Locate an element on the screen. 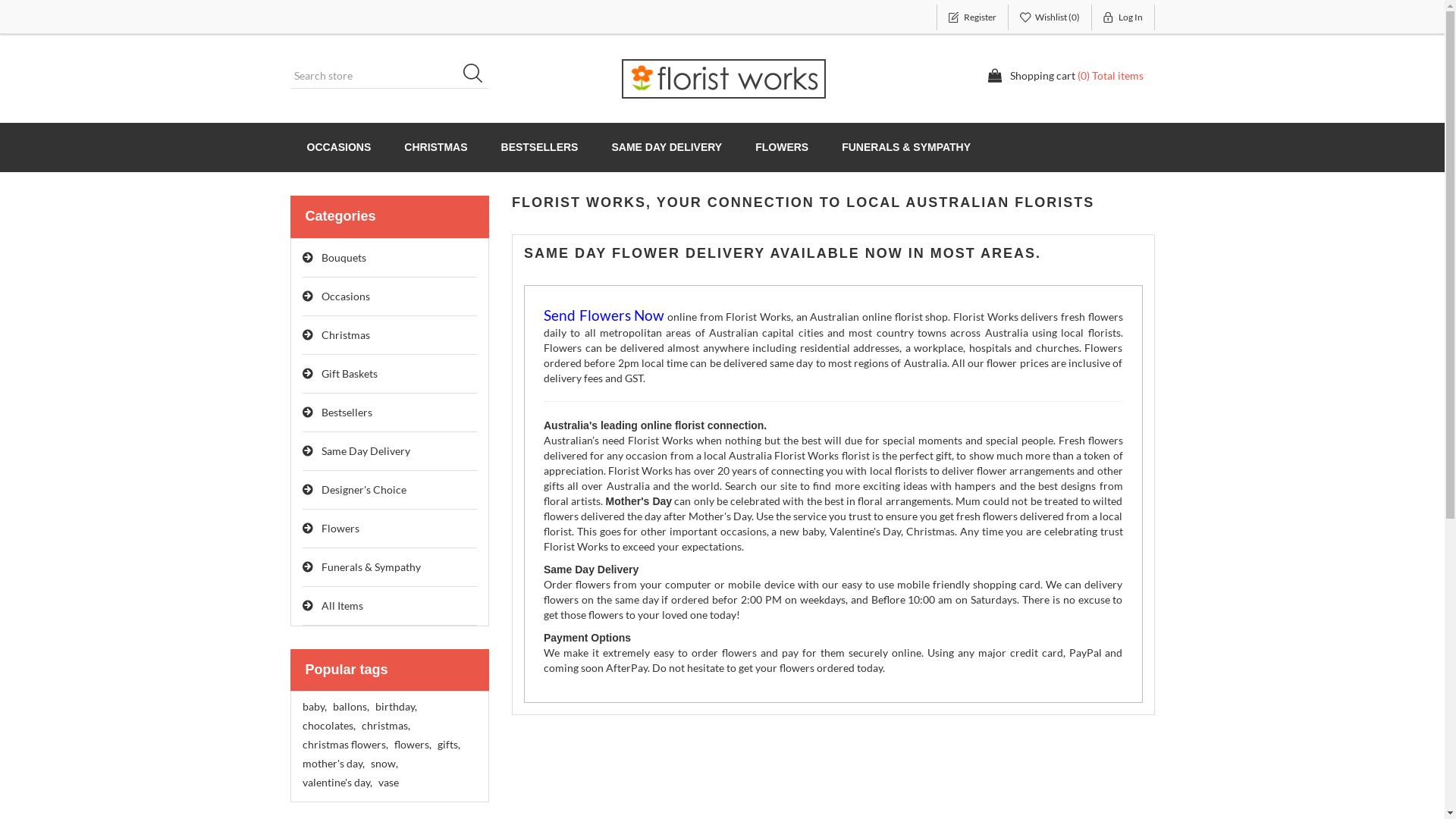 Image resolution: width=1456 pixels, height=819 pixels. 'Log In' is located at coordinates (1123, 17).